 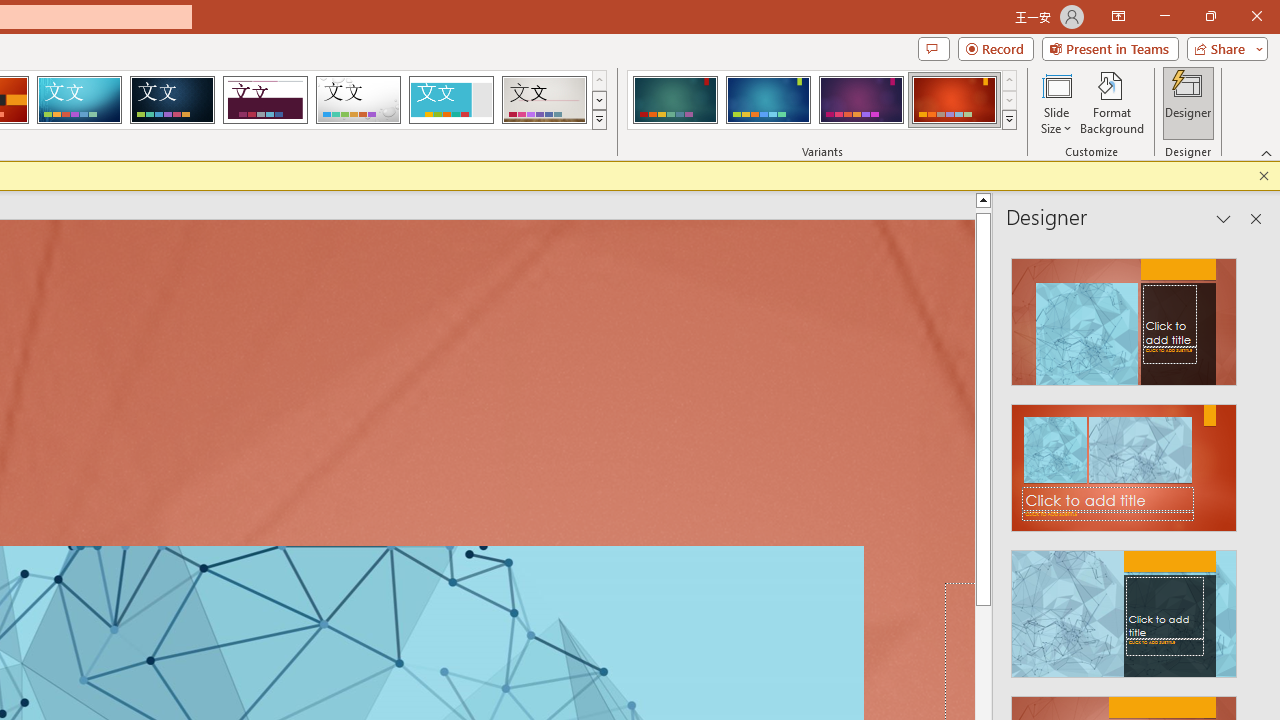 I want to click on 'Circuit', so click(x=79, y=100).